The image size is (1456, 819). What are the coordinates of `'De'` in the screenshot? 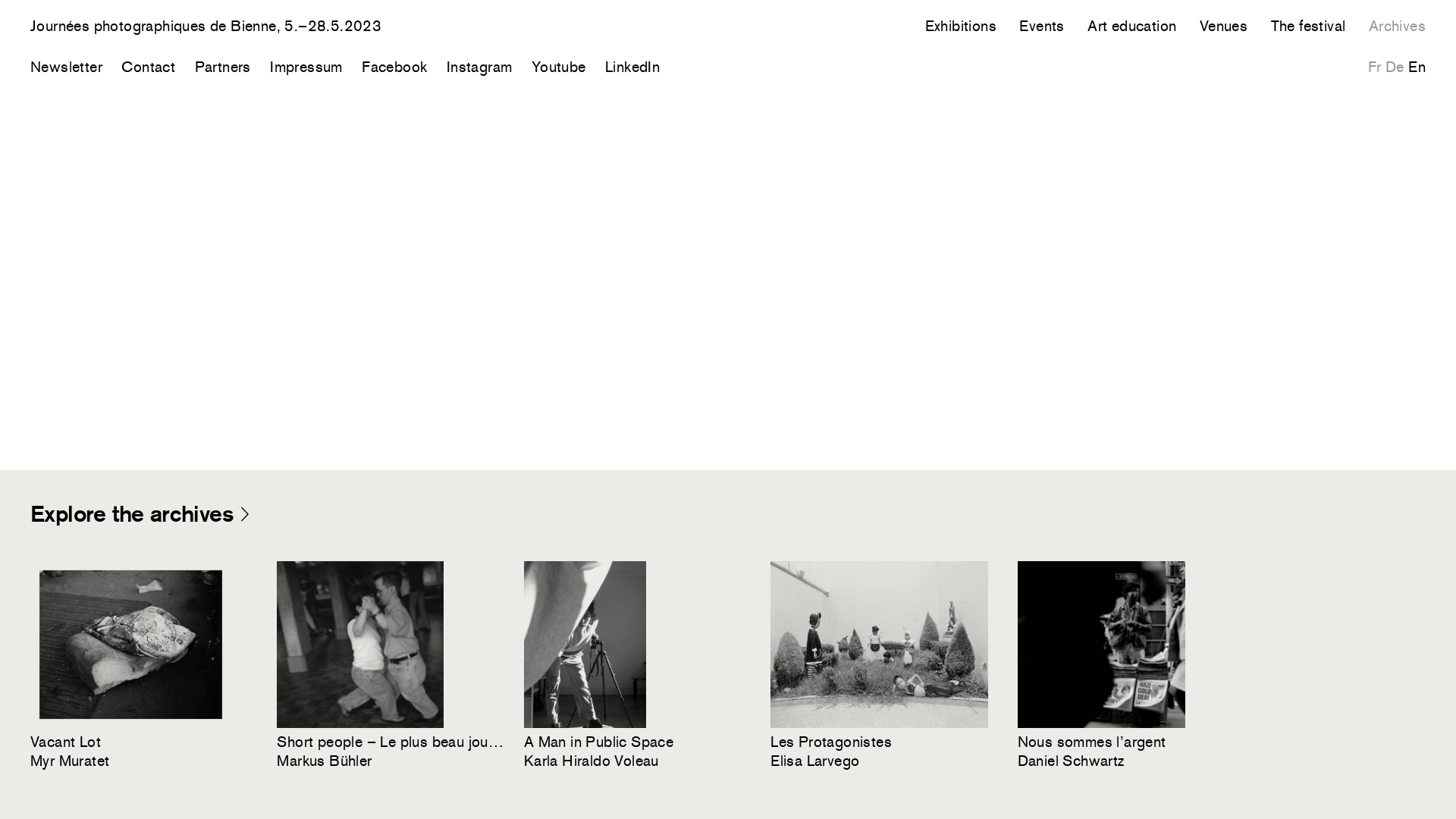 It's located at (1385, 66).